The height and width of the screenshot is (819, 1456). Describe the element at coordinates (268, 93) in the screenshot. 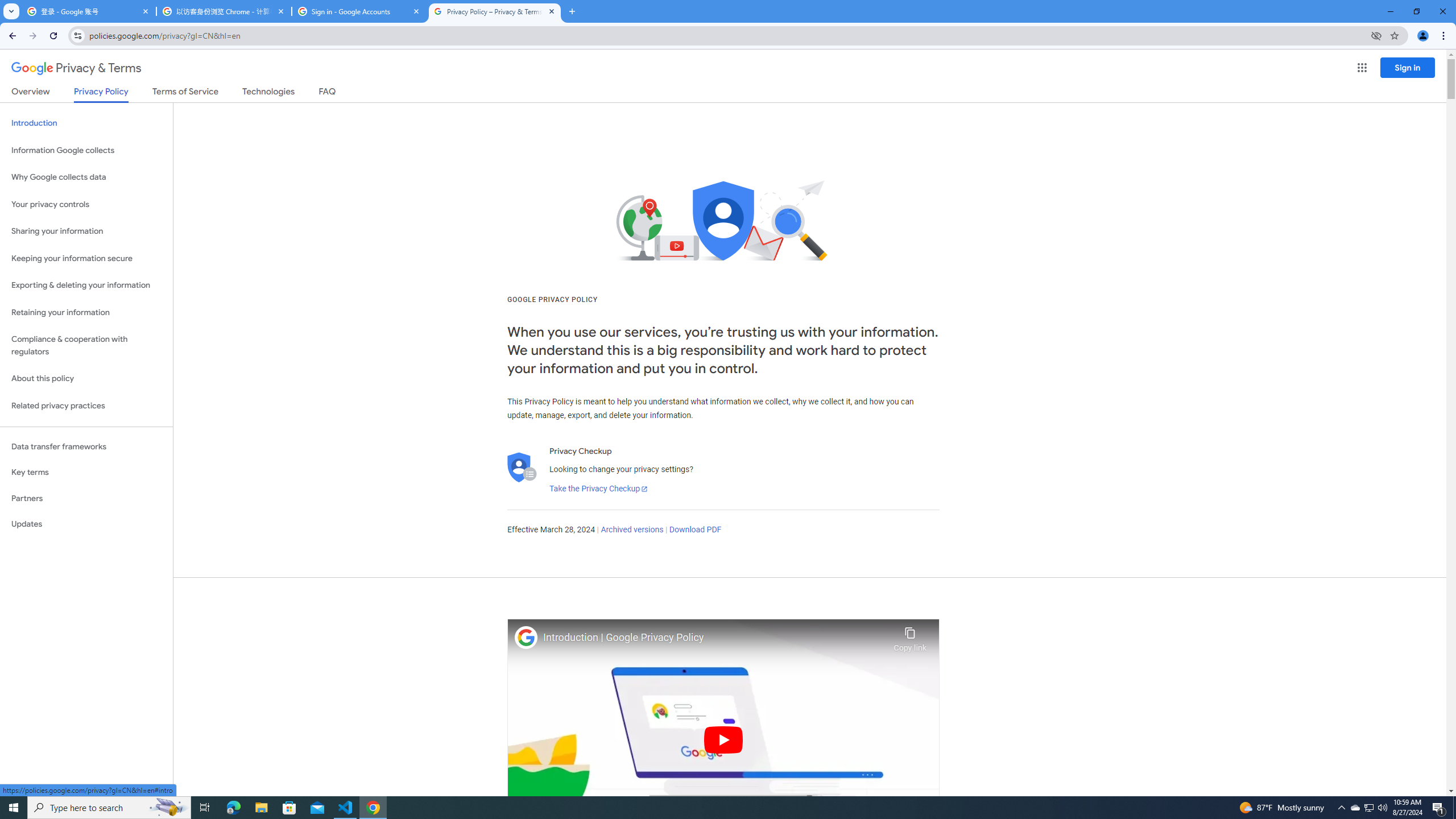

I see `'Technologies'` at that location.